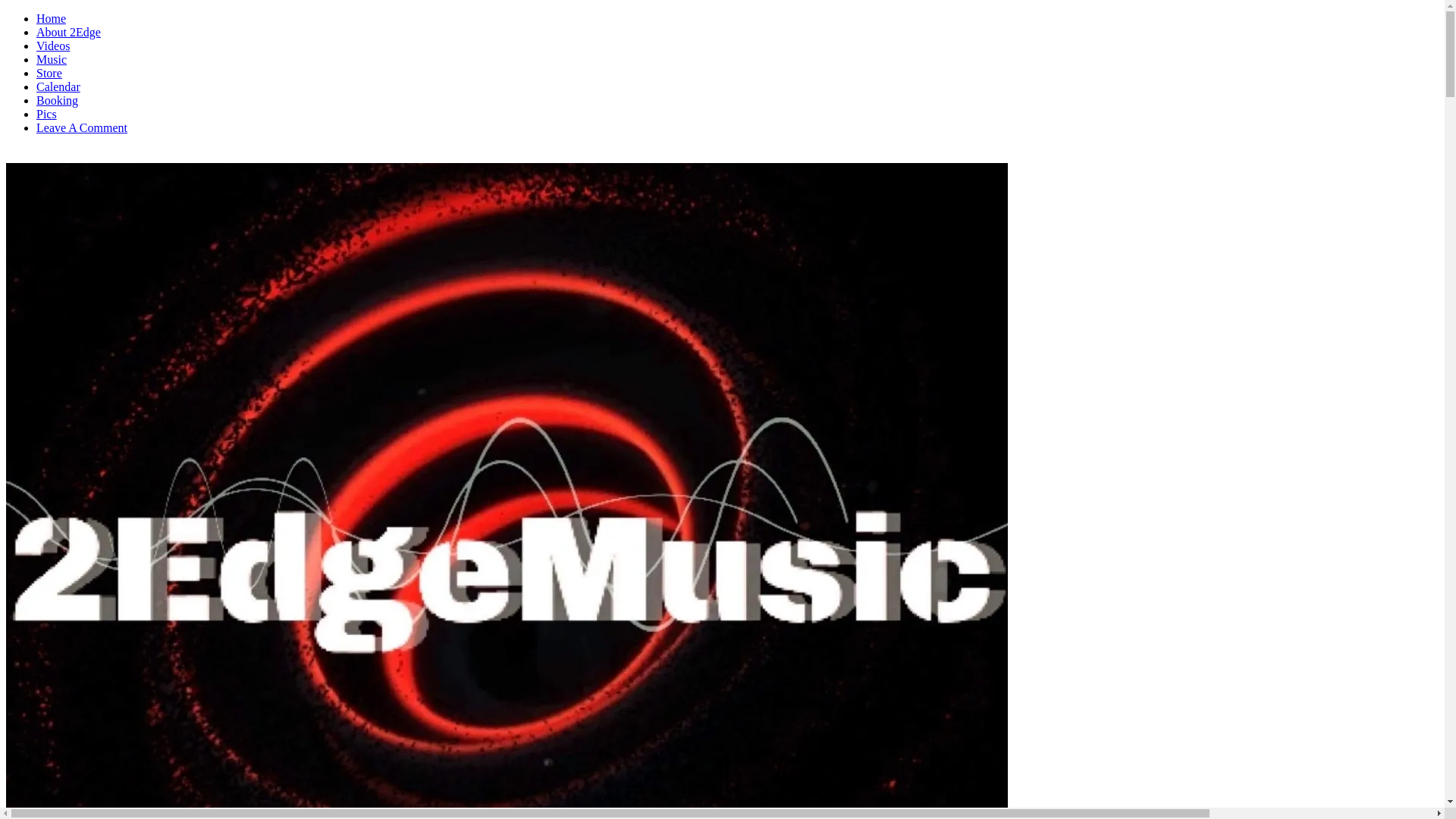 The image size is (1456, 819). What do you see at coordinates (36, 73) in the screenshot?
I see `'Store'` at bounding box center [36, 73].